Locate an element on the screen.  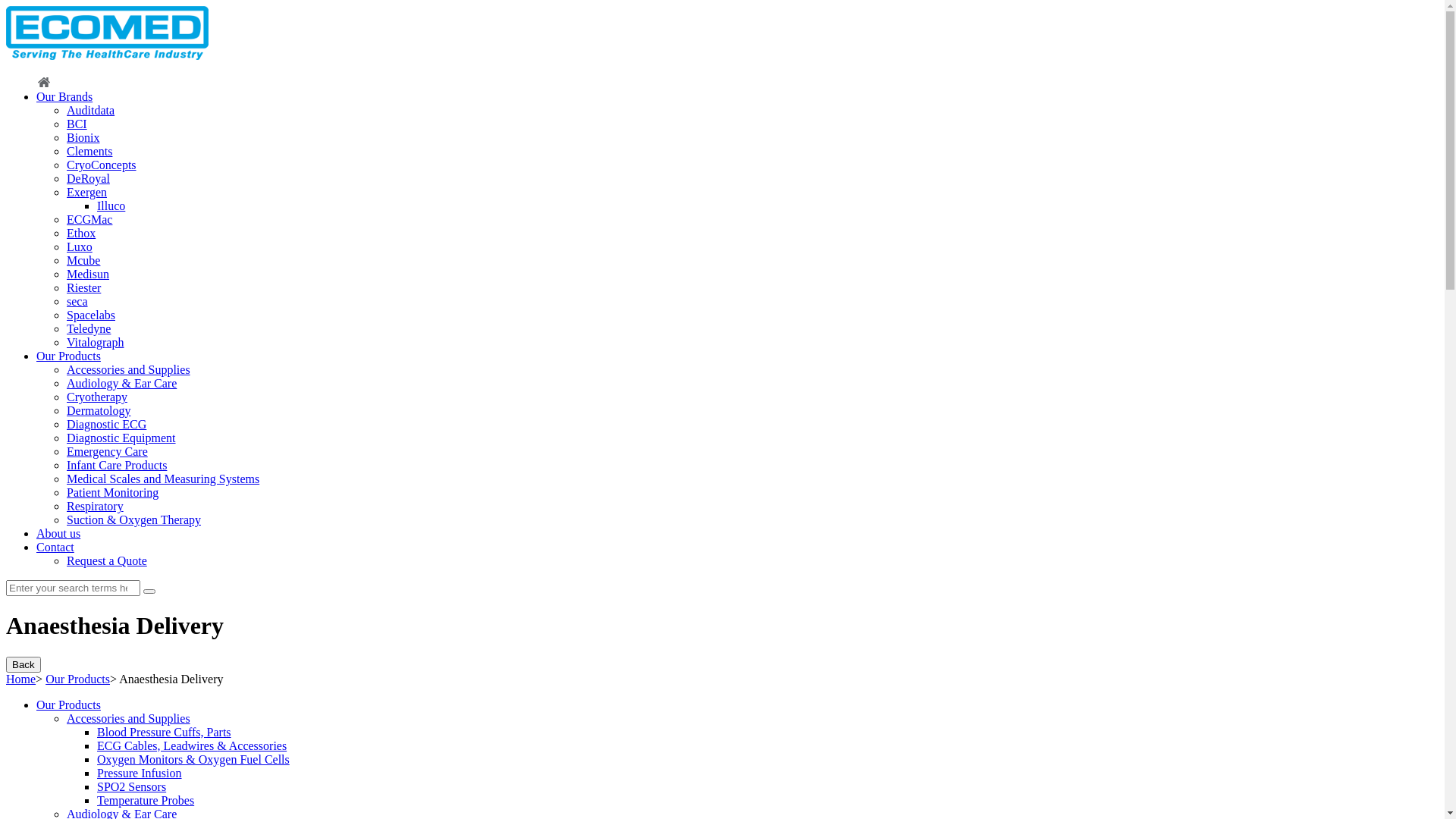
'Auditdata' is located at coordinates (89, 109).